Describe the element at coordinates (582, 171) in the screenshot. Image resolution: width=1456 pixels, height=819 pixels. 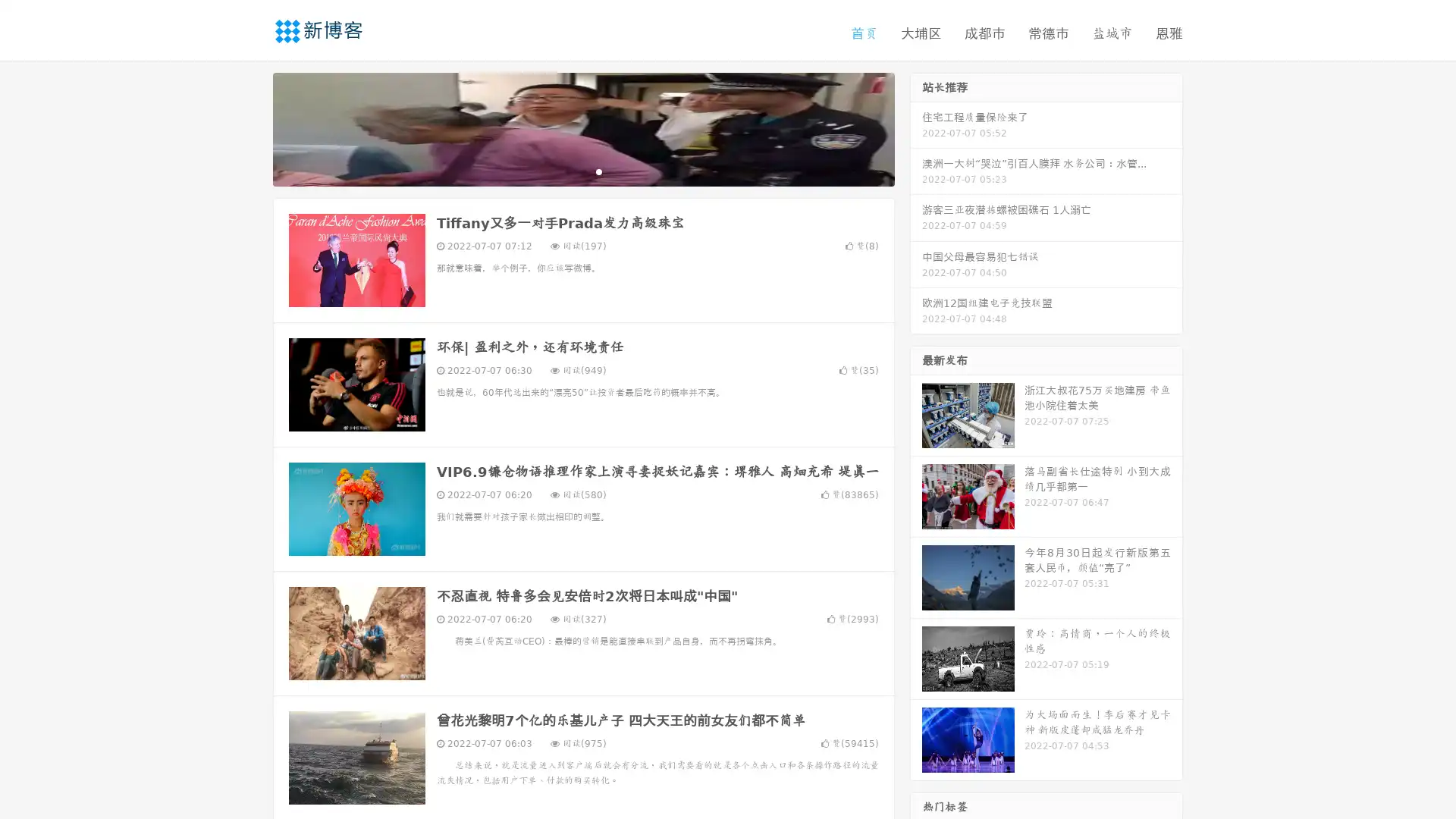
I see `Go to slide 2` at that location.